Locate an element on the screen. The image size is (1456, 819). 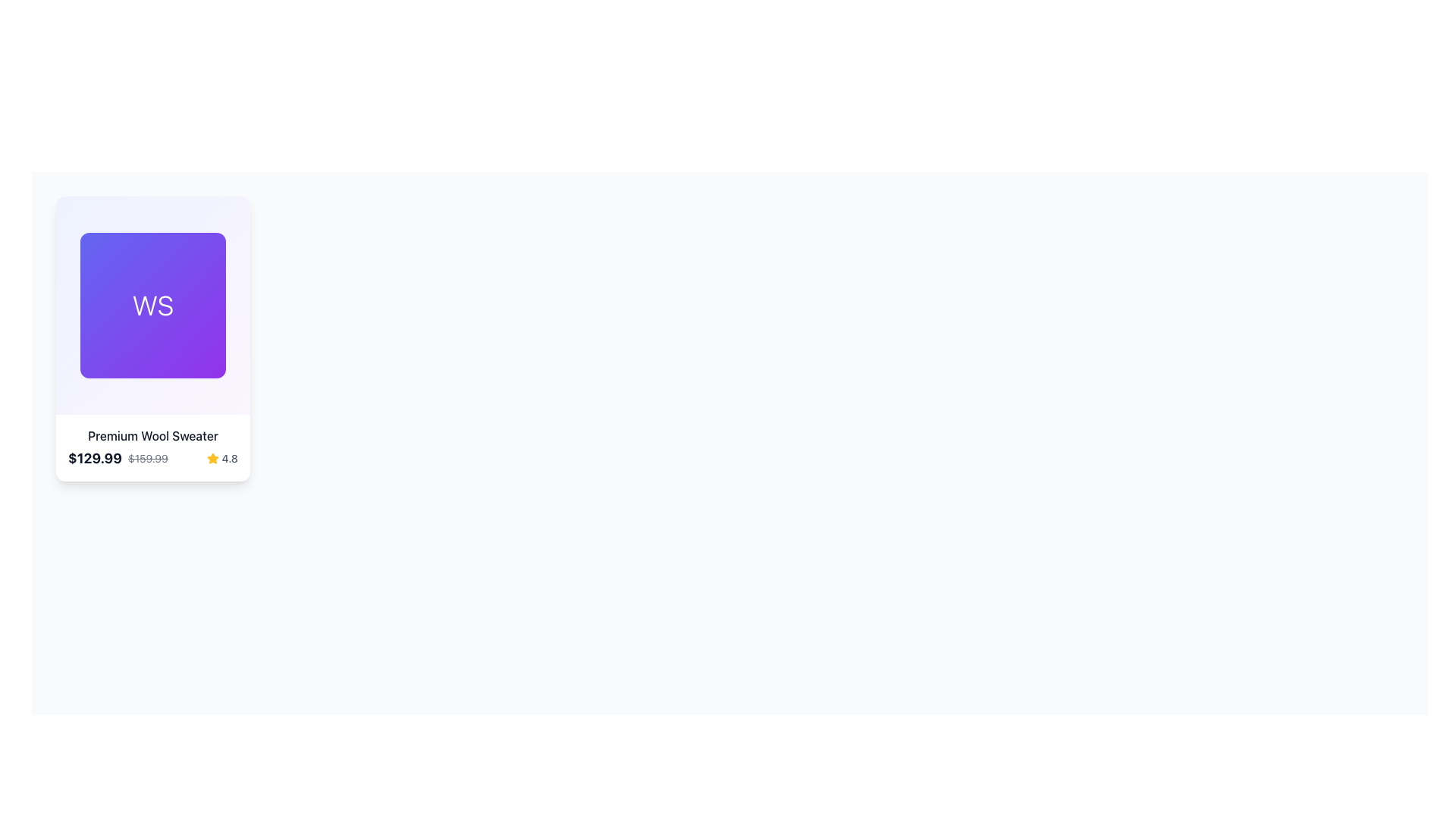
the text label displaying the discounted price '$159.99', which is styled with a strikethrough effect and located next to the main price '$129.99' is located at coordinates (148, 458).